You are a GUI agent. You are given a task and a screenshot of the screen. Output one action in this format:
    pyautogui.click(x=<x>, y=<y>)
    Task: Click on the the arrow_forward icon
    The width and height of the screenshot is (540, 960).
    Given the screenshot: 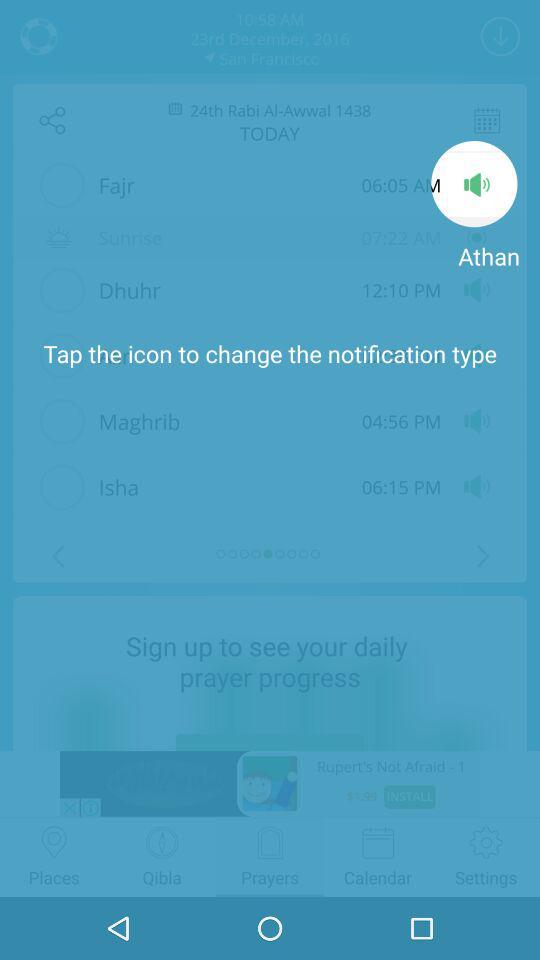 What is the action you would take?
    pyautogui.click(x=479, y=556)
    